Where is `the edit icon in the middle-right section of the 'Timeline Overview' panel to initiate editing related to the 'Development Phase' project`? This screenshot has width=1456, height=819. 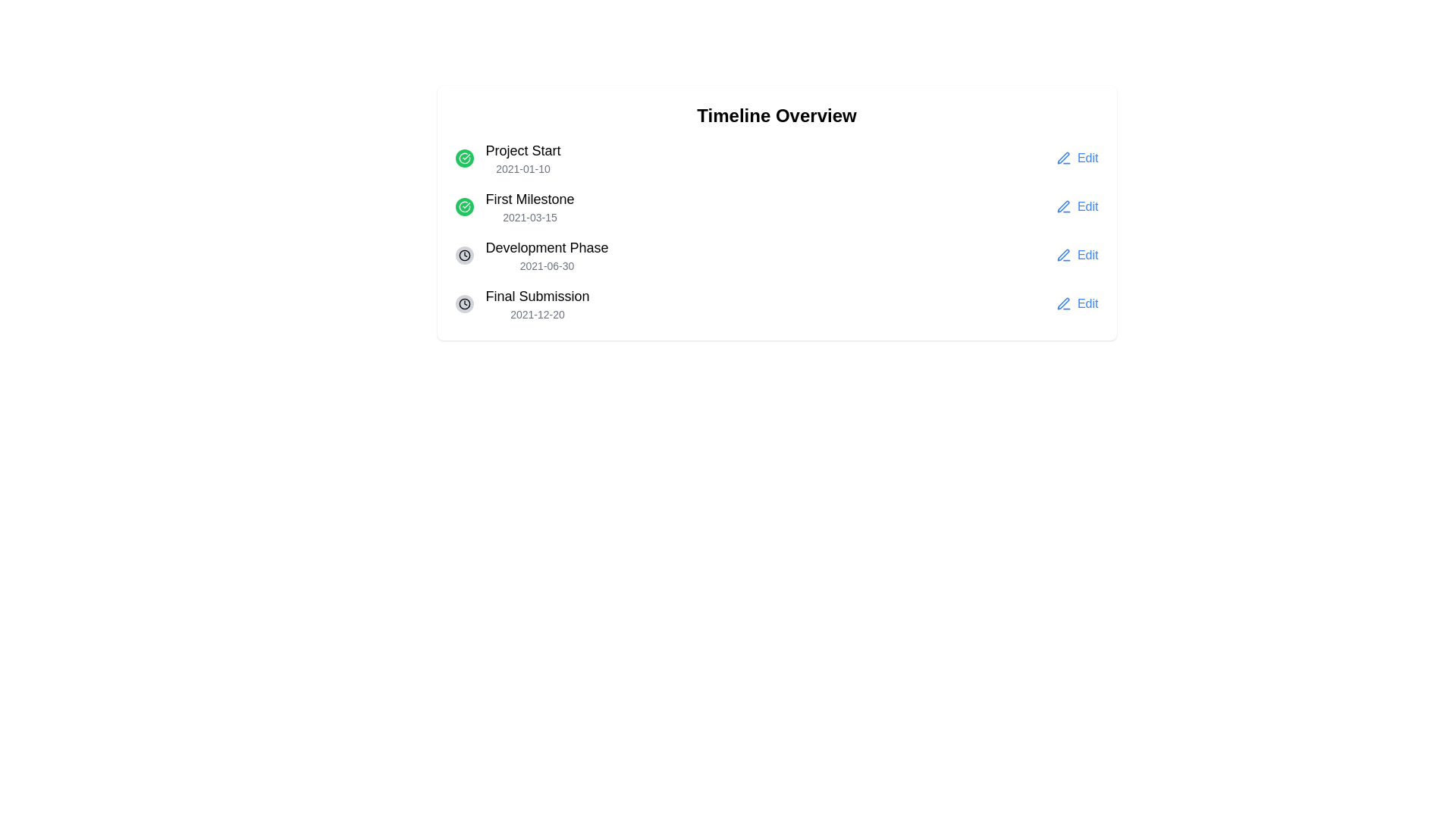
the edit icon in the middle-right section of the 'Timeline Overview' panel to initiate editing related to the 'Development Phase' project is located at coordinates (1062, 254).